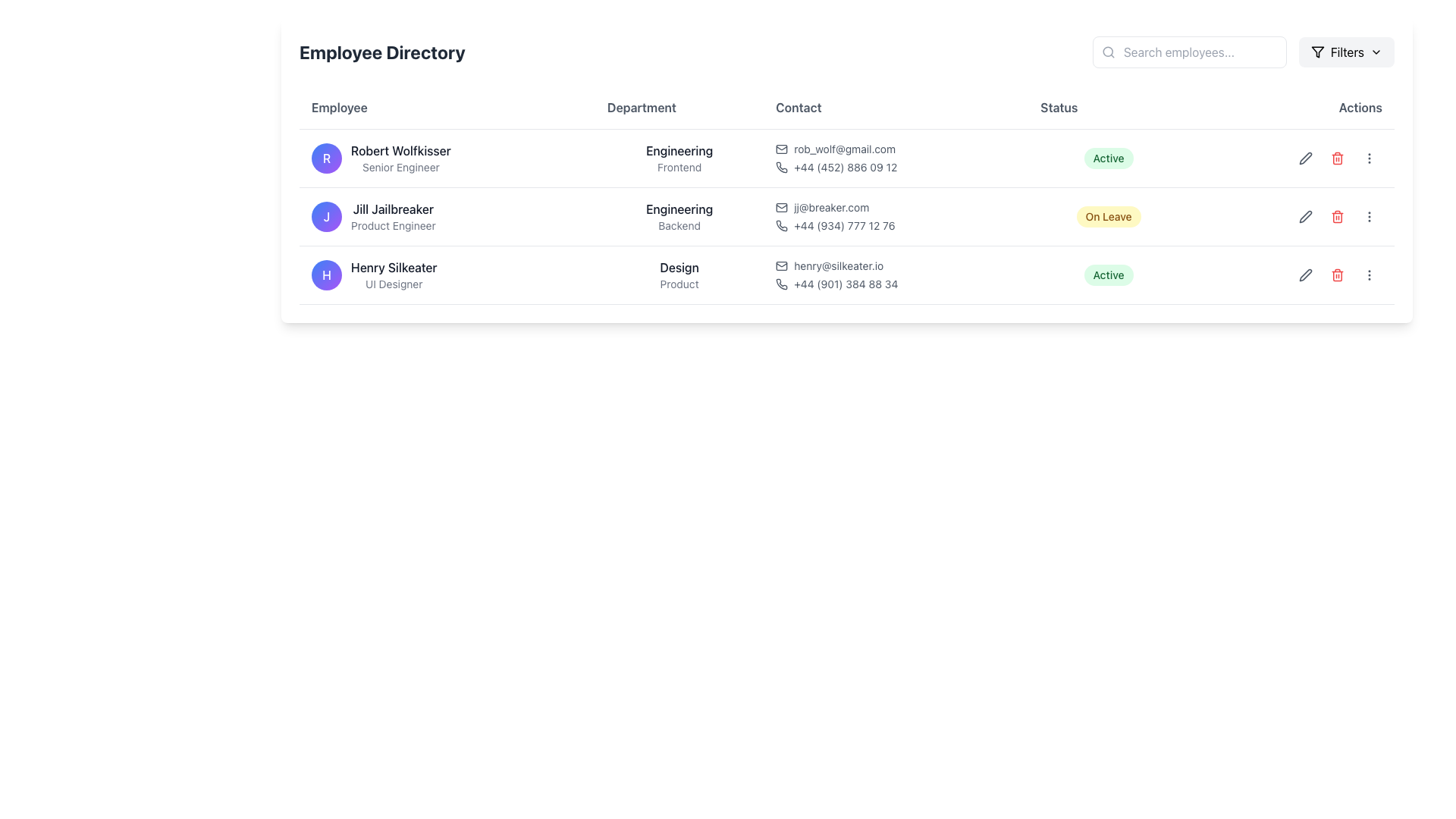 The width and height of the screenshot is (1456, 819). What do you see at coordinates (679, 167) in the screenshot?
I see `the 'Frontend' text label element located under the 'Engineering' heading in the 'Department' column for Robert Wolfkisser` at bounding box center [679, 167].